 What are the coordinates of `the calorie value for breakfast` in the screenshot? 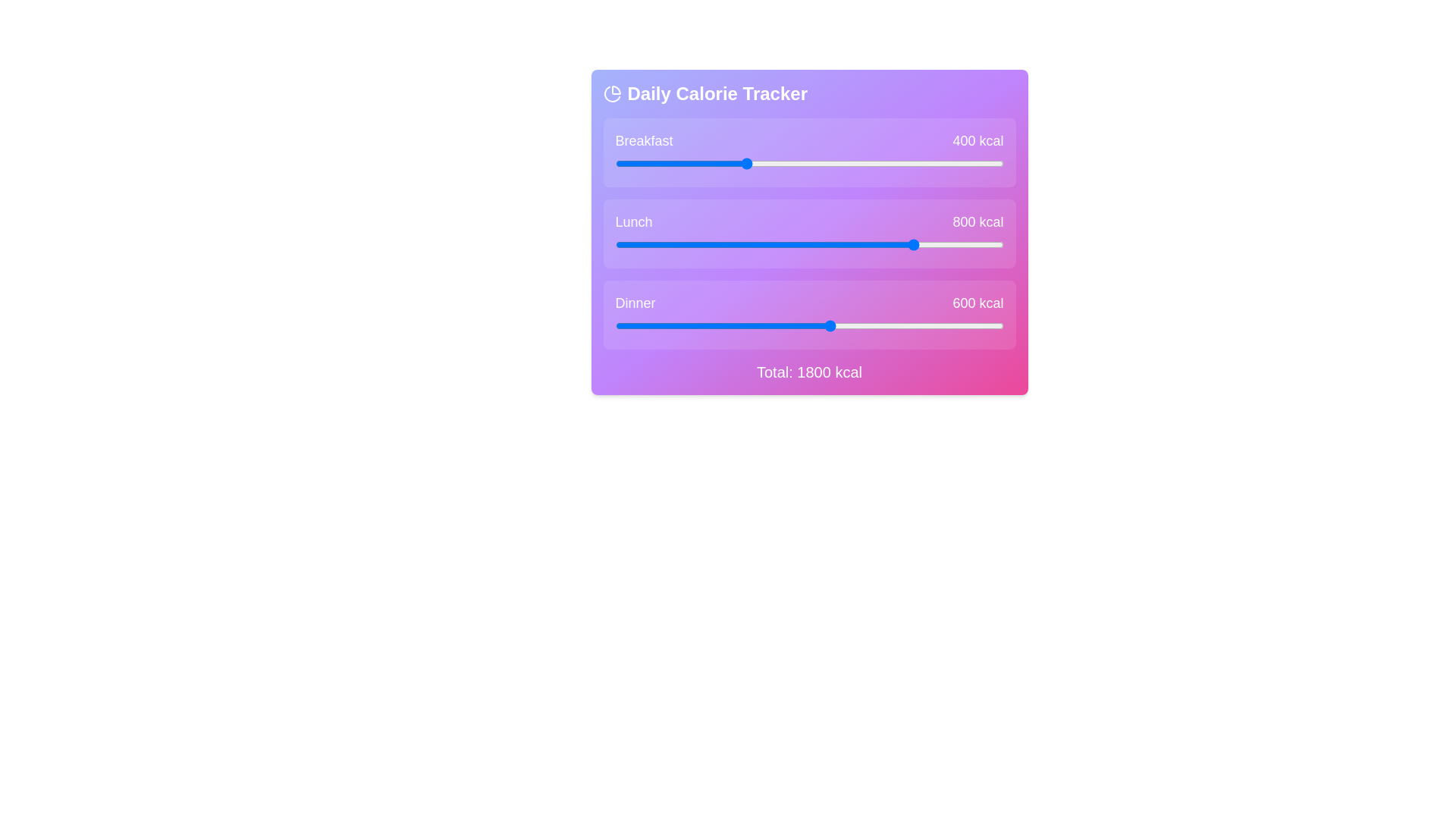 It's located at (725, 164).